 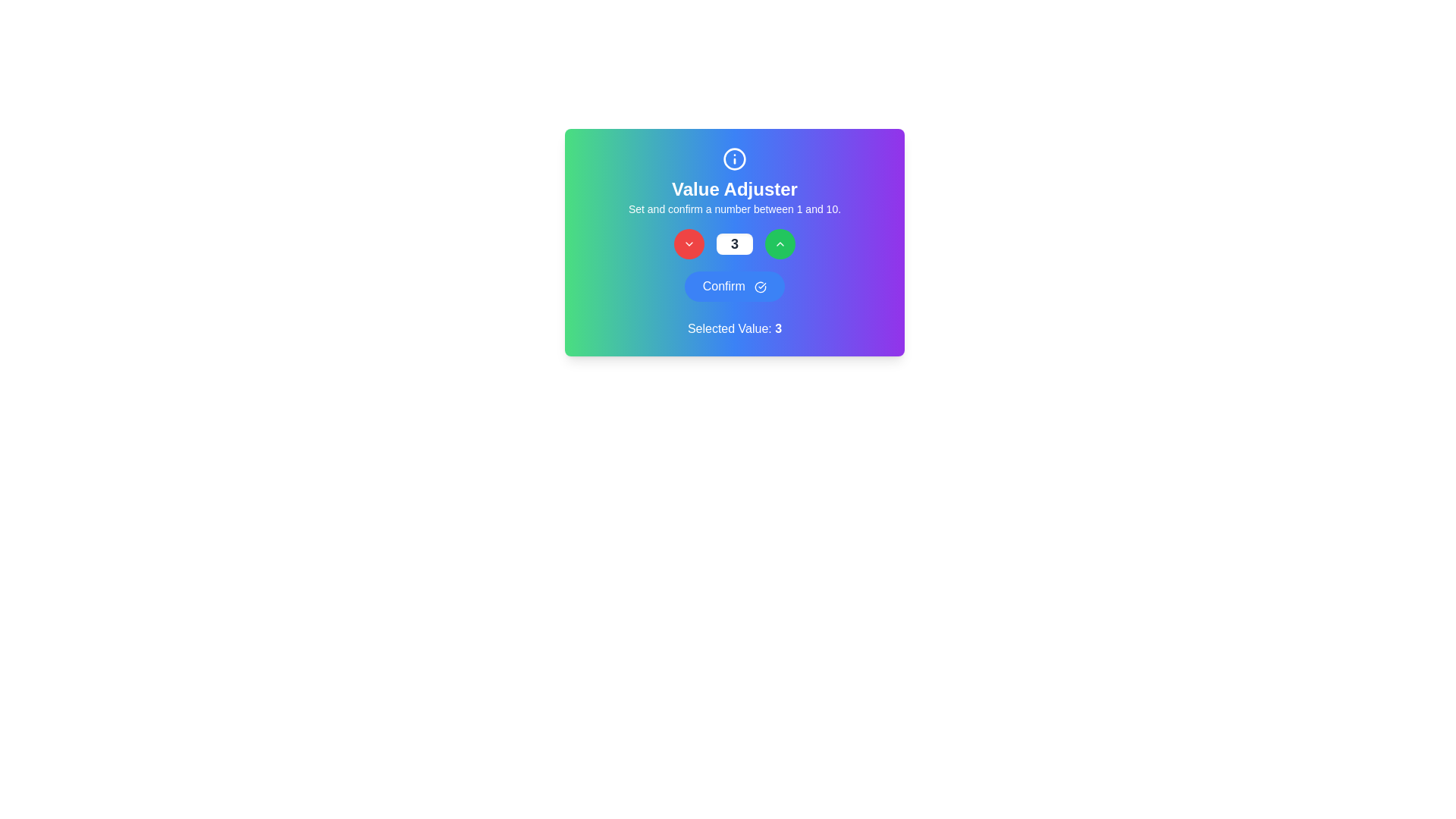 What do you see at coordinates (688, 243) in the screenshot?
I see `the leftmost red circular button with a chevron icon, which is used to decrease a value or select a previous option from a list` at bounding box center [688, 243].